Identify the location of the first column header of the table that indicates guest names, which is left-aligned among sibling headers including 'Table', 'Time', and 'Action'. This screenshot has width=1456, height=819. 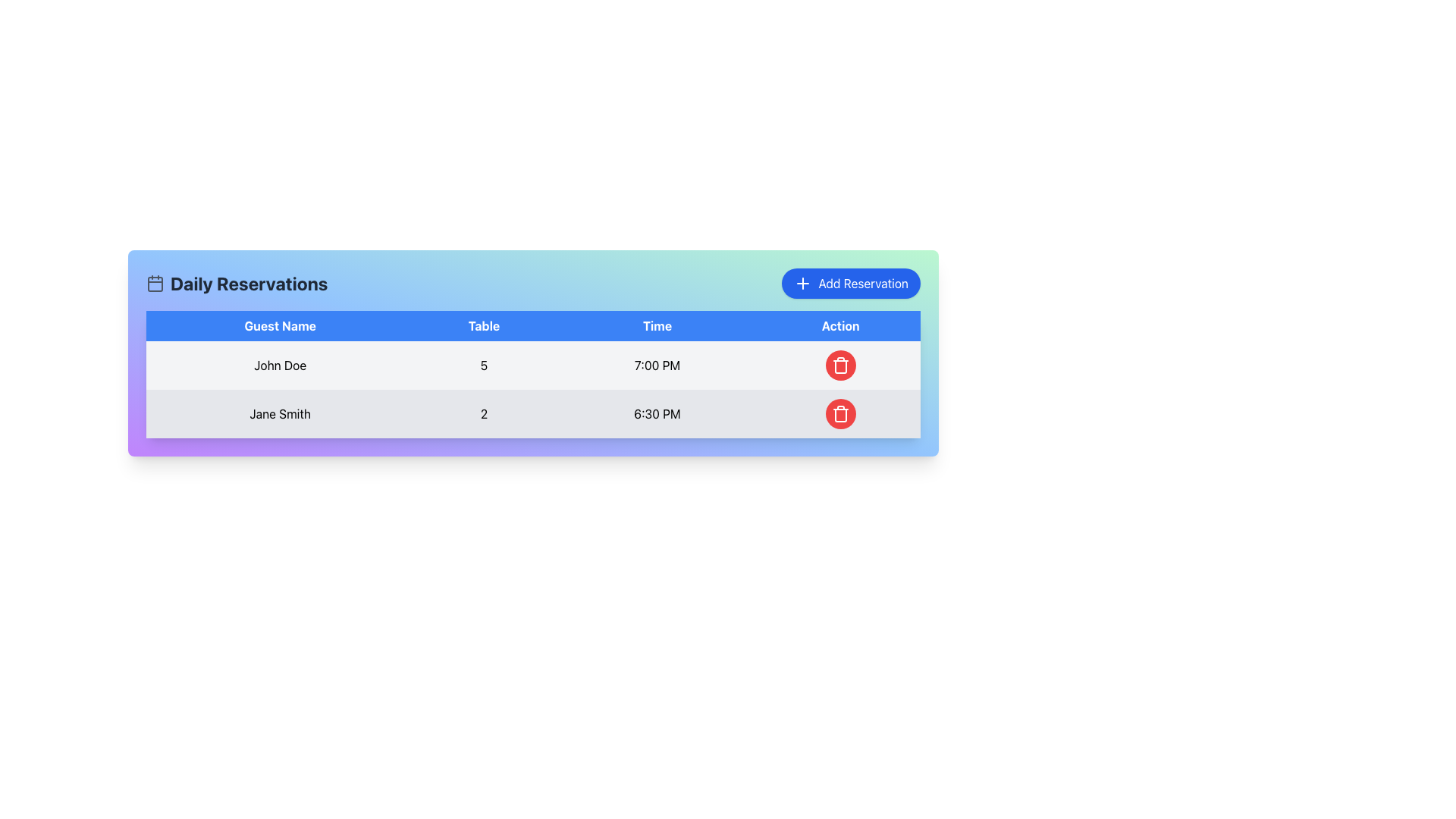
(280, 325).